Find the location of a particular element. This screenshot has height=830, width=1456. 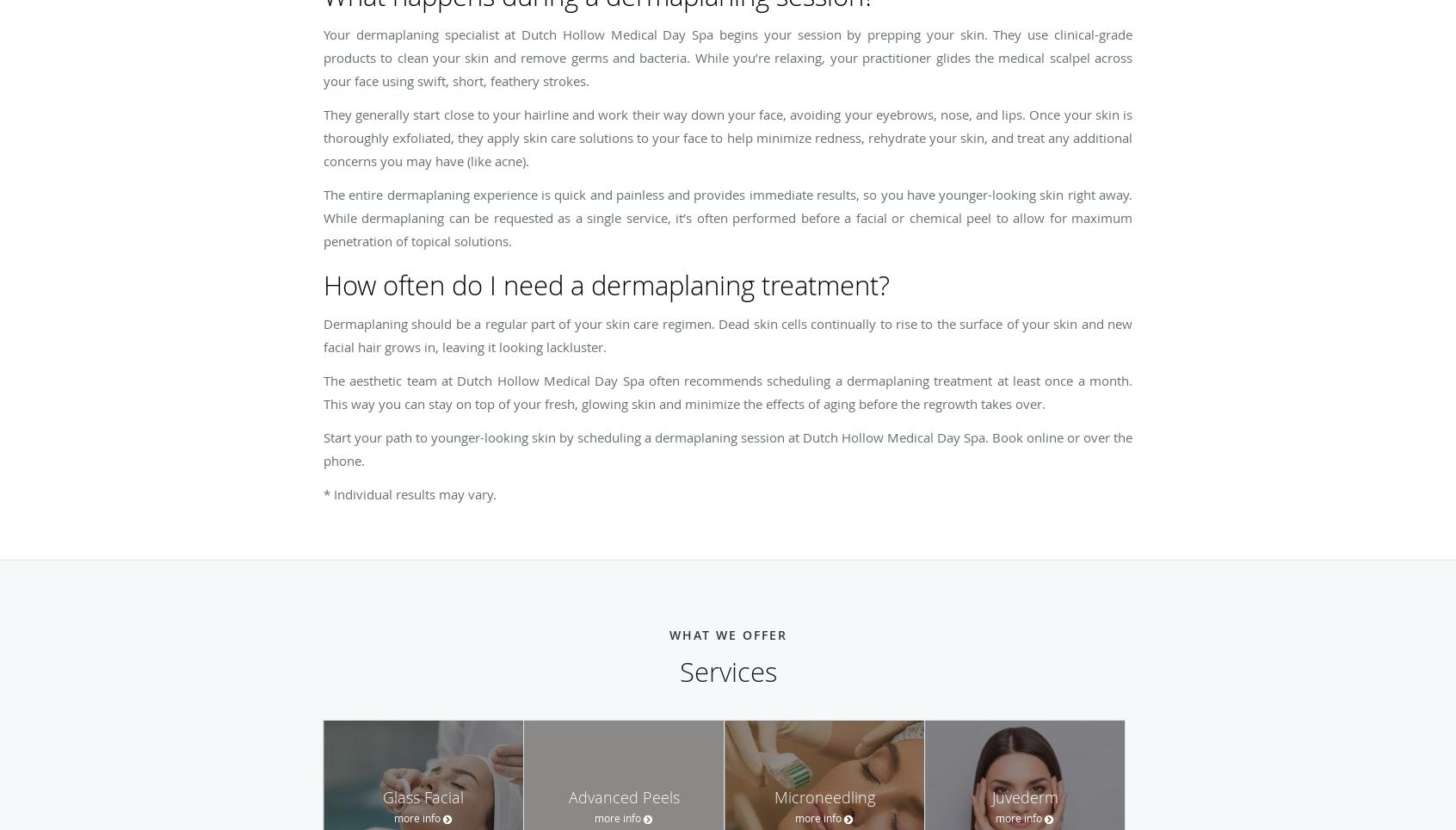

'Microneedling' is located at coordinates (824, 797).